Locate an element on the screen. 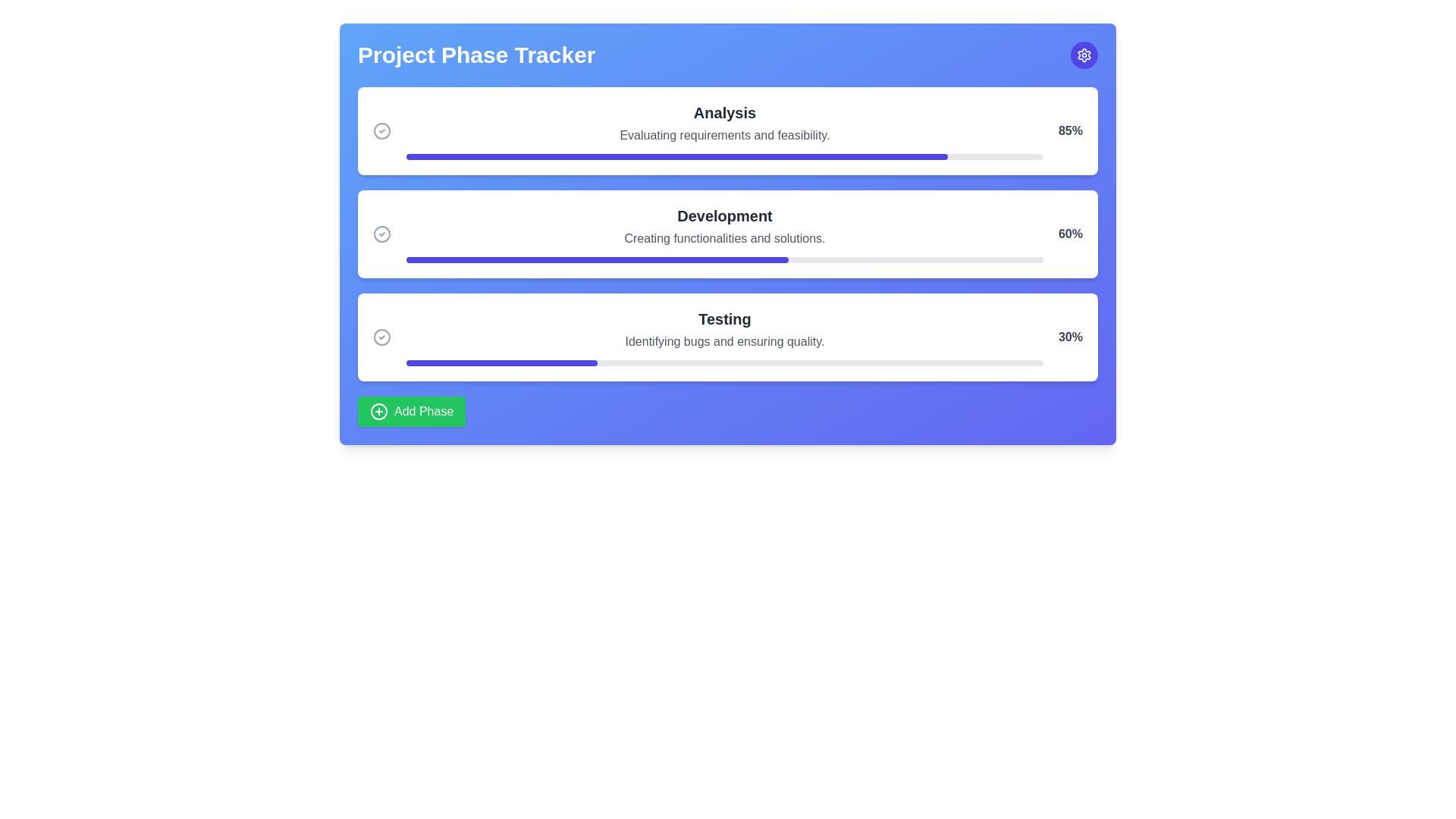 The height and width of the screenshot is (819, 1456). the Text Display Element containing the bold text 'Analysis' and the smaller text 'Evaluating requirements and feasibility.' positioned at the top of a card with rounded corners is located at coordinates (723, 130).